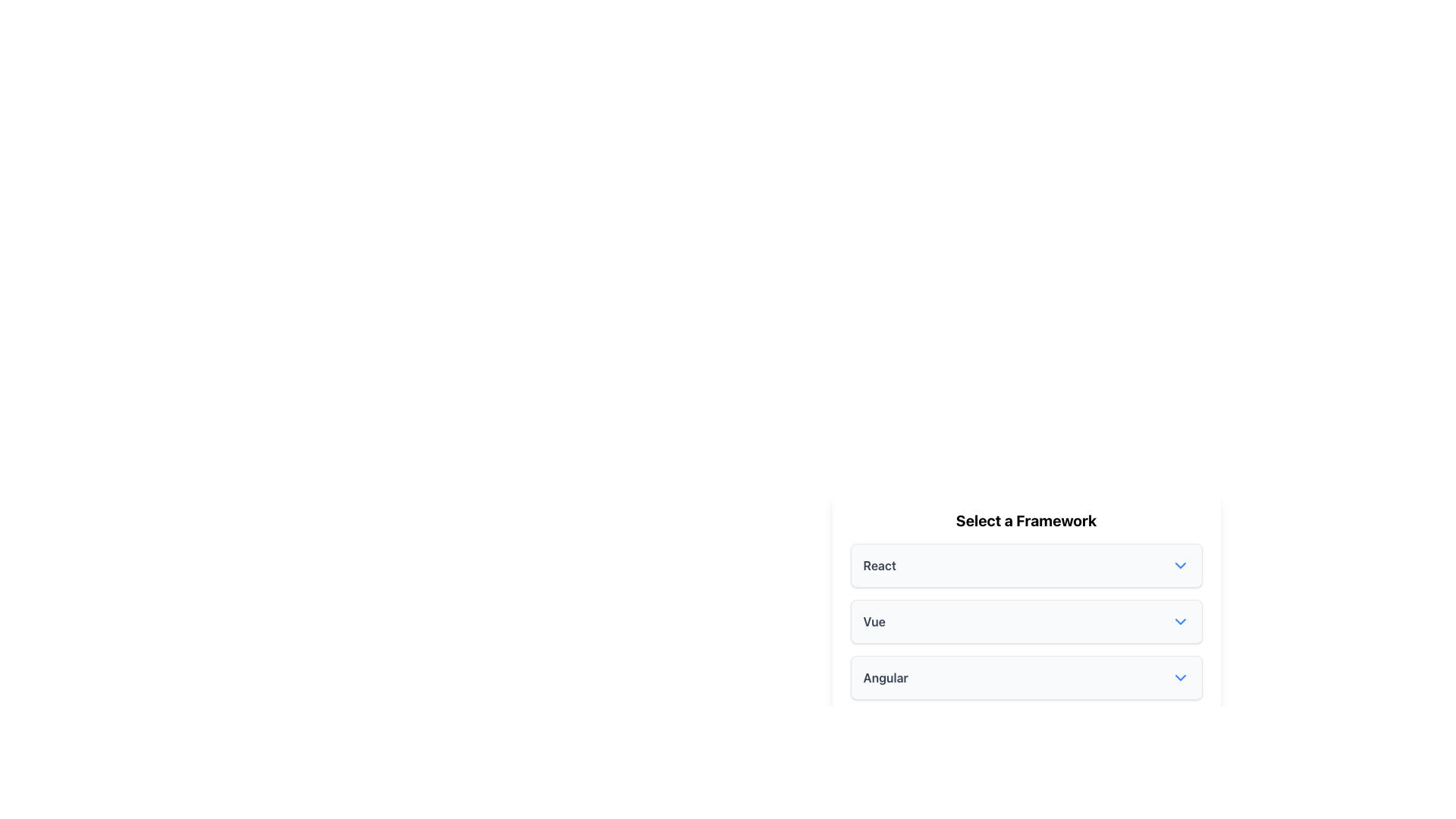 This screenshot has height=819, width=1456. I want to click on text label representing the third framework option under 'Select a Framework', which is located below the options 'React' and 'Vue', so click(886, 677).